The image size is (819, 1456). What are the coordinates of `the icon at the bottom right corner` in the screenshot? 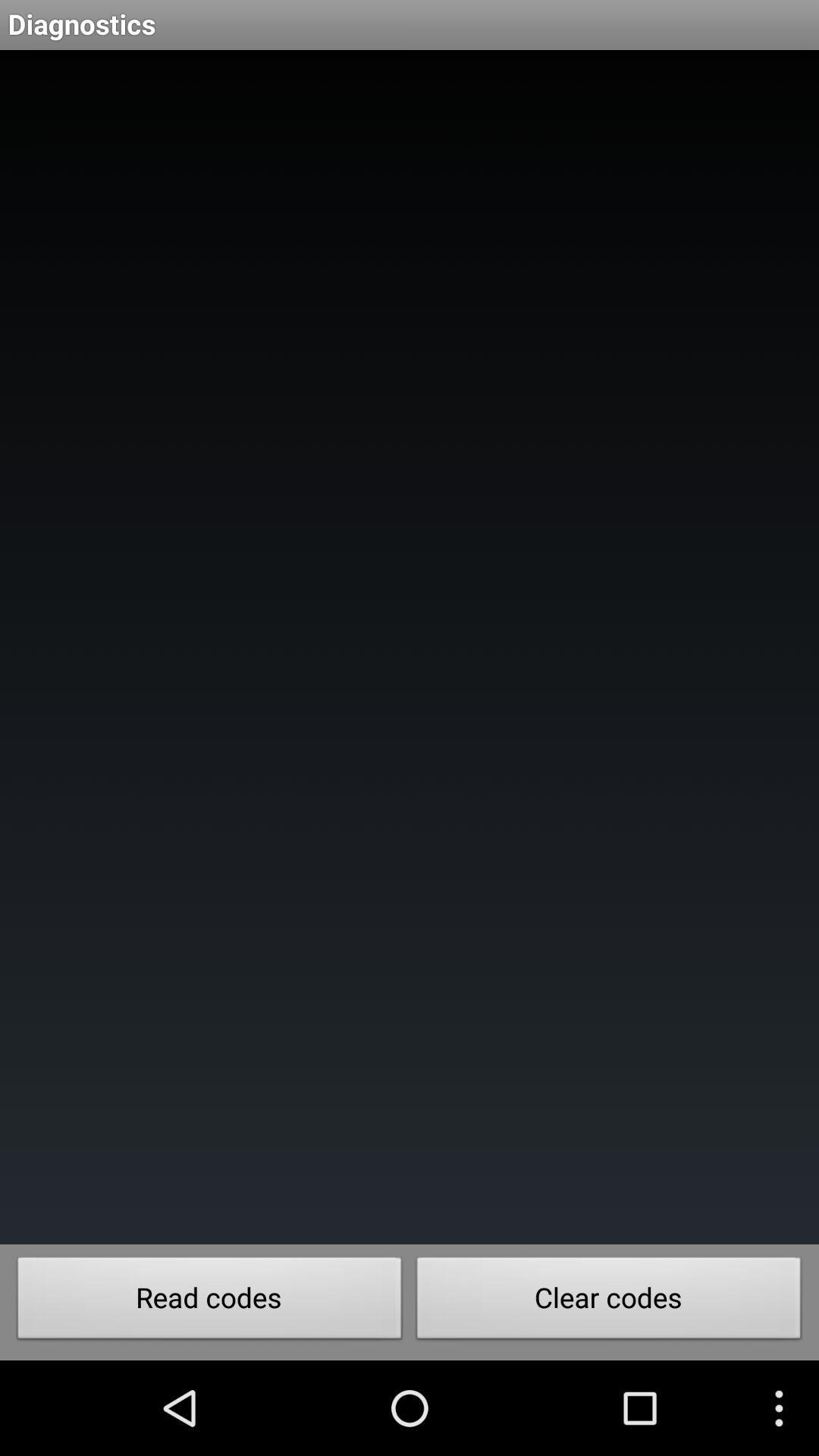 It's located at (608, 1301).